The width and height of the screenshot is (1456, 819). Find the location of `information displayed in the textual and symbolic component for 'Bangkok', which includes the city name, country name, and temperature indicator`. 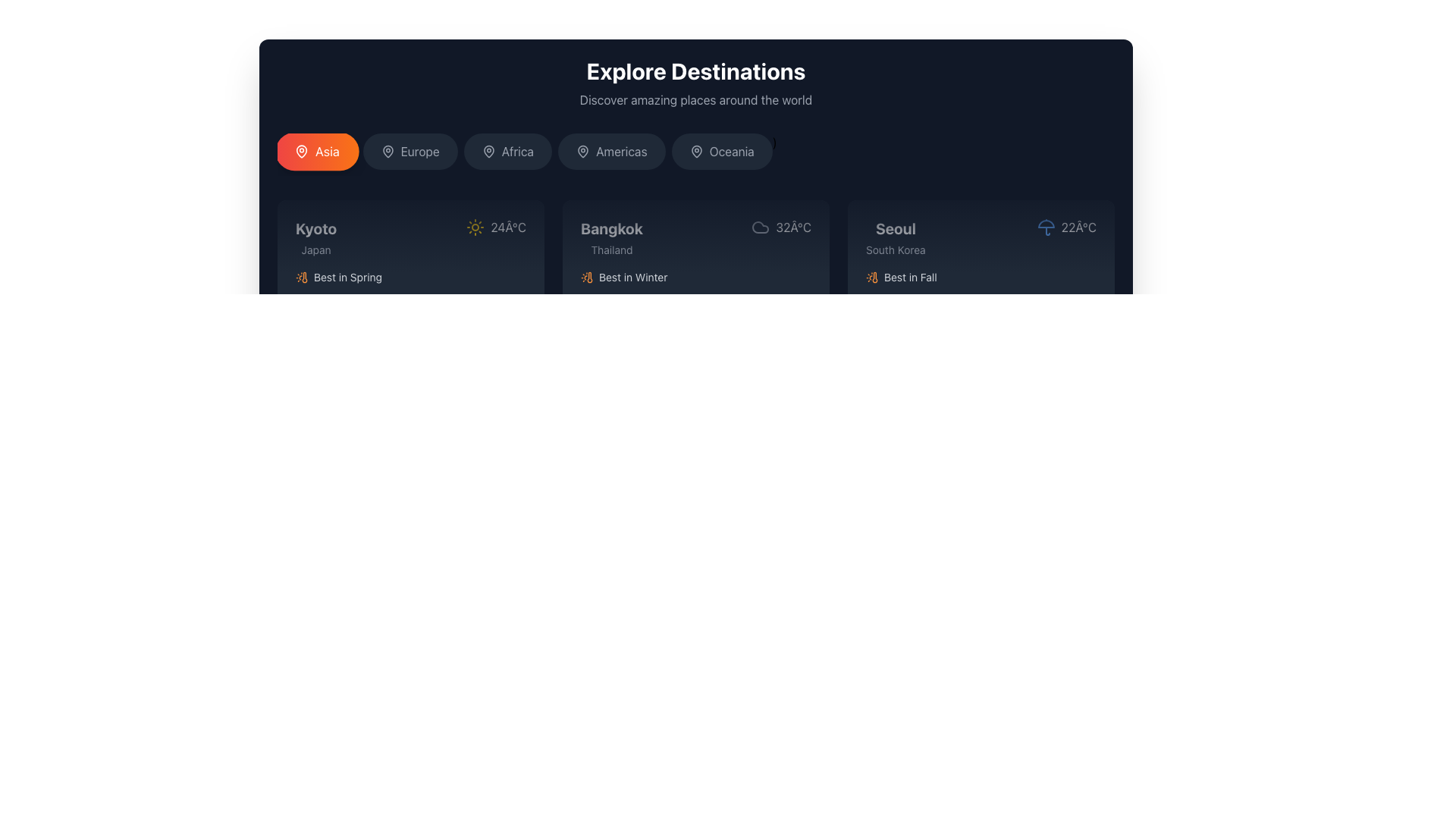

information displayed in the textual and symbolic component for 'Bangkok', which includes the city name, country name, and temperature indicator is located at coordinates (695, 237).